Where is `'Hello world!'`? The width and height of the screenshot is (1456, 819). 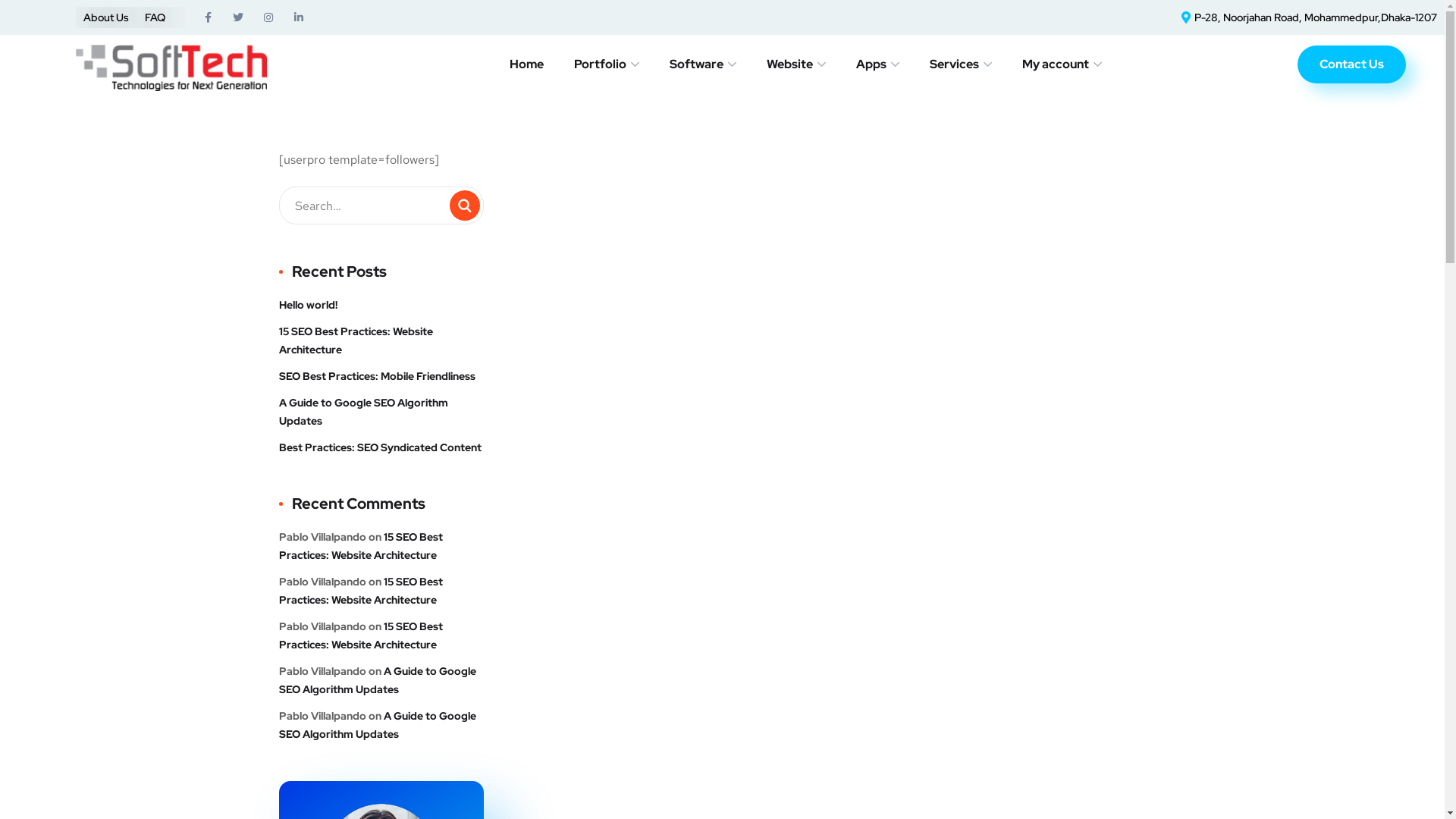 'Hello world!' is located at coordinates (307, 304).